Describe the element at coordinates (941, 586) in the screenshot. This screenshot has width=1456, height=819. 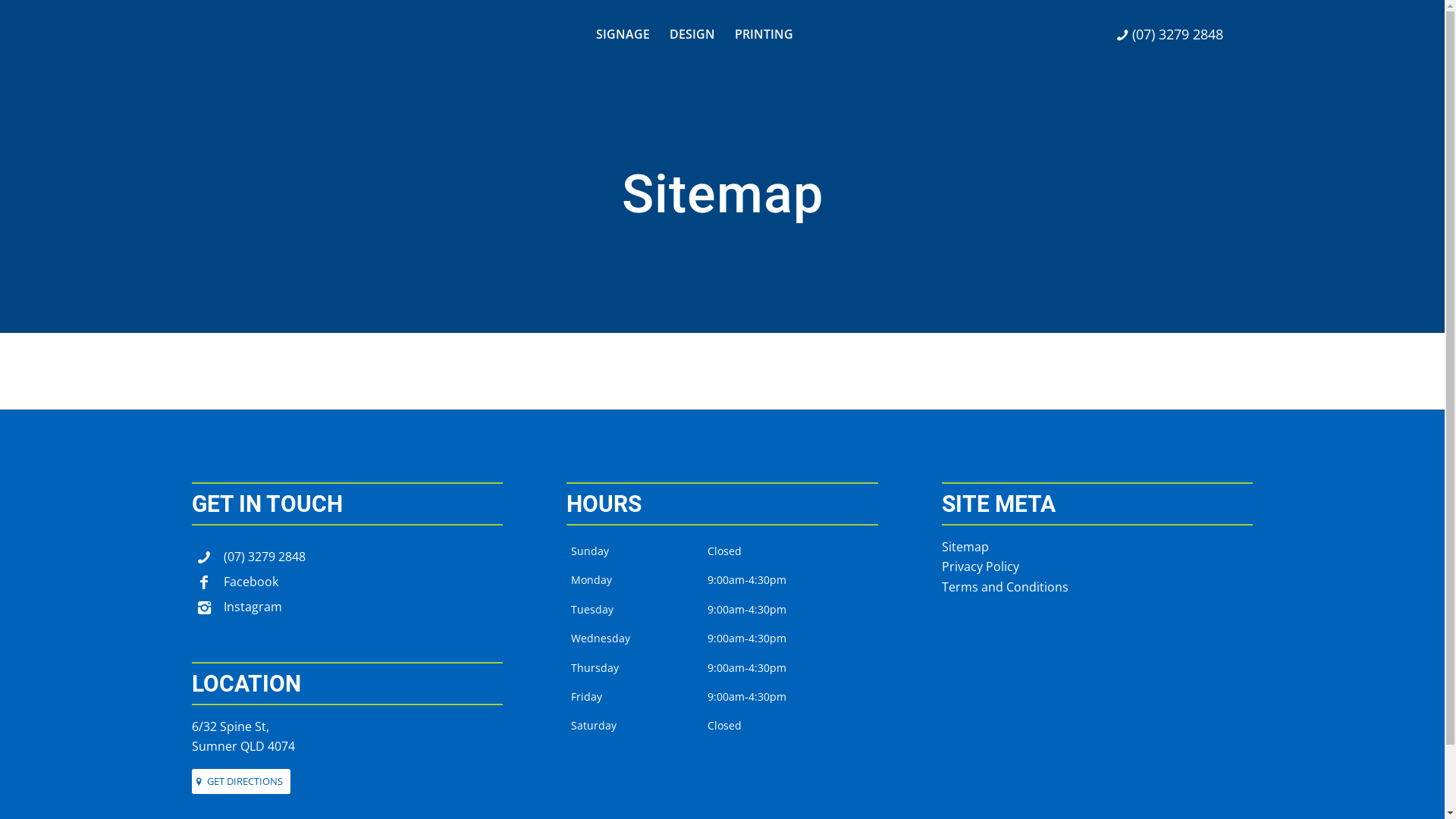
I see `'Terms and Conditions'` at that location.